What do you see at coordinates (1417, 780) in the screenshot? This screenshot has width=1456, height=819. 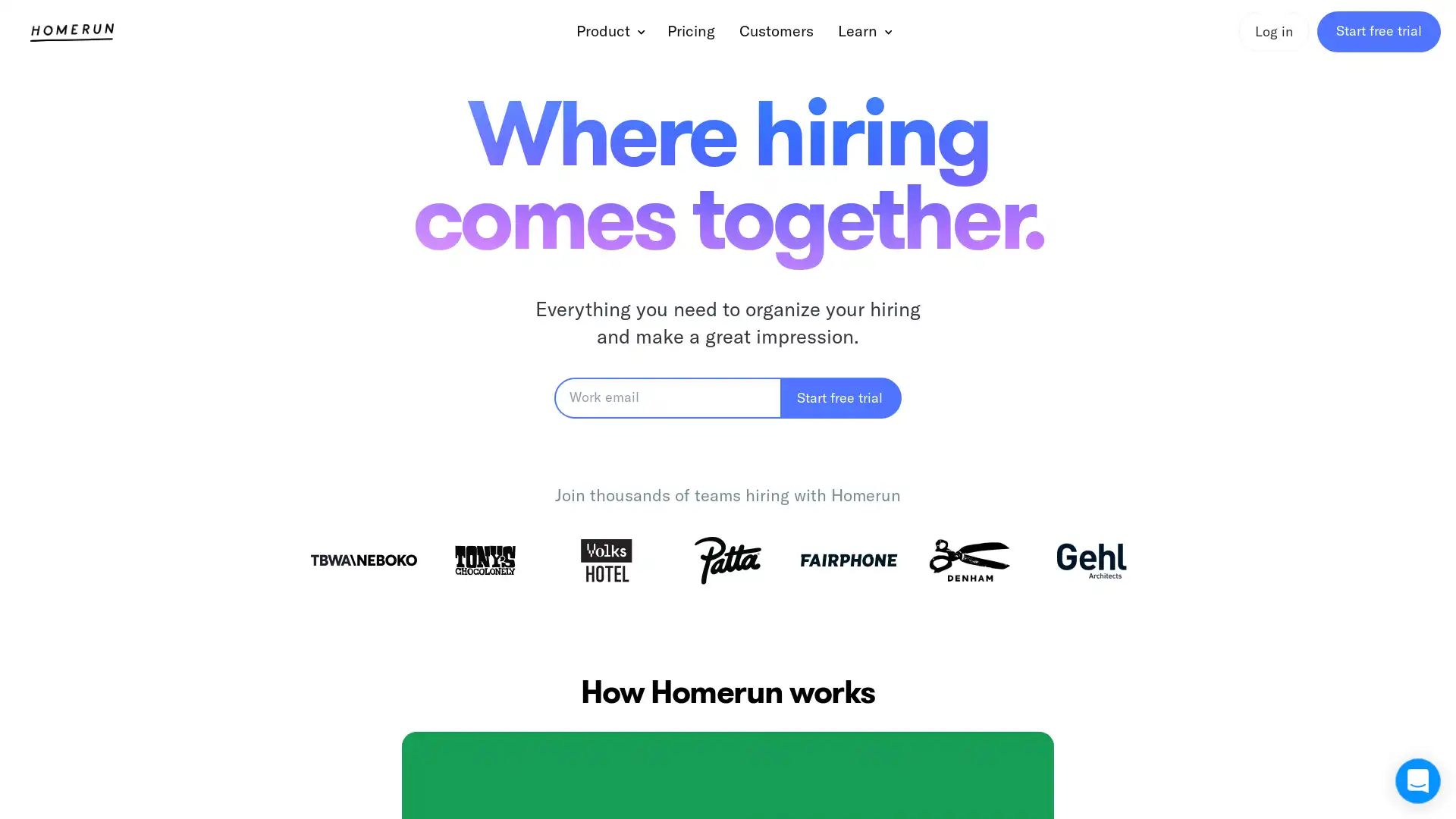 I see `Open Intercom Messenger` at bounding box center [1417, 780].